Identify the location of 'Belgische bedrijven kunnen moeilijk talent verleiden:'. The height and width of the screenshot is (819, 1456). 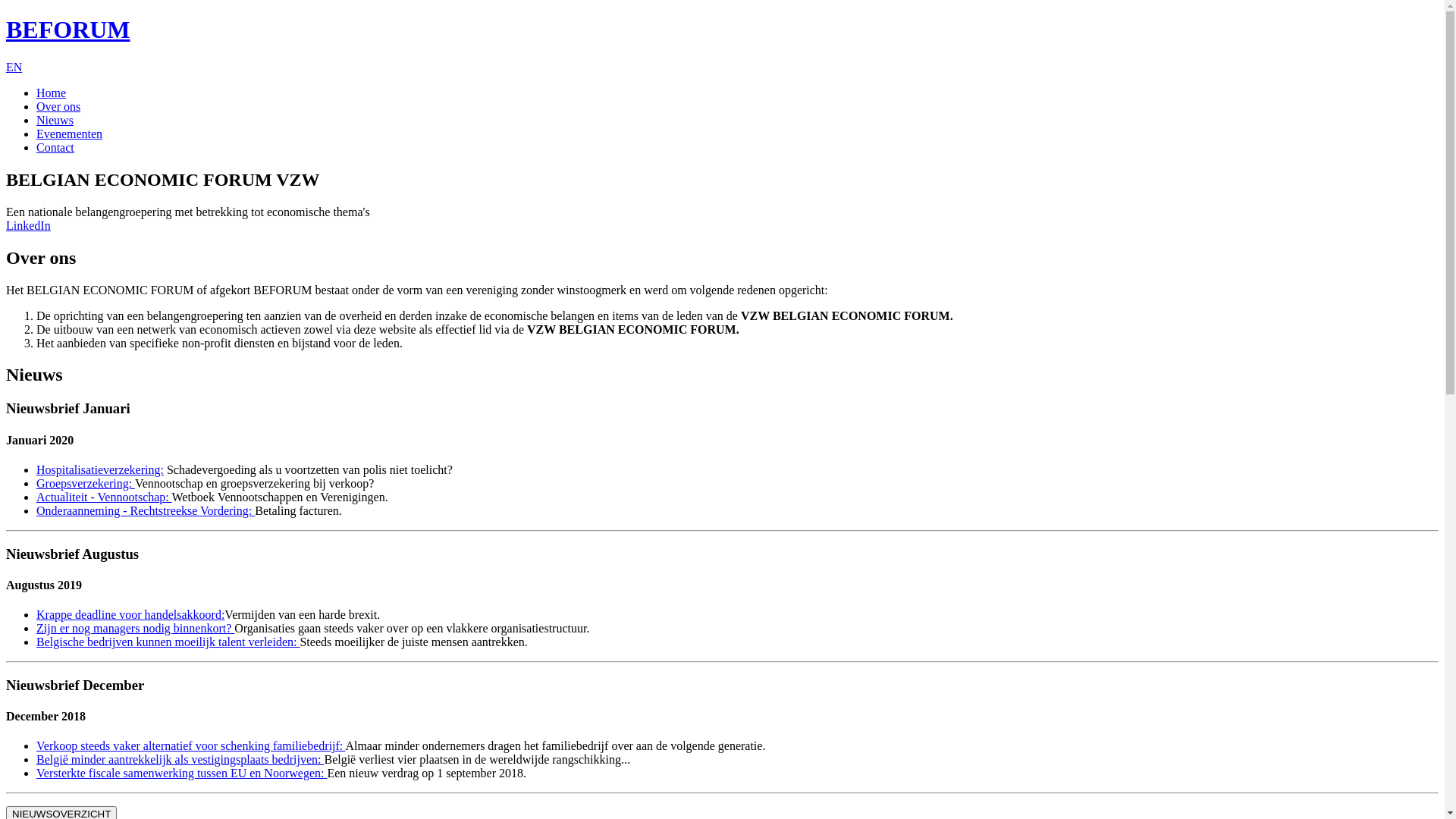
(168, 642).